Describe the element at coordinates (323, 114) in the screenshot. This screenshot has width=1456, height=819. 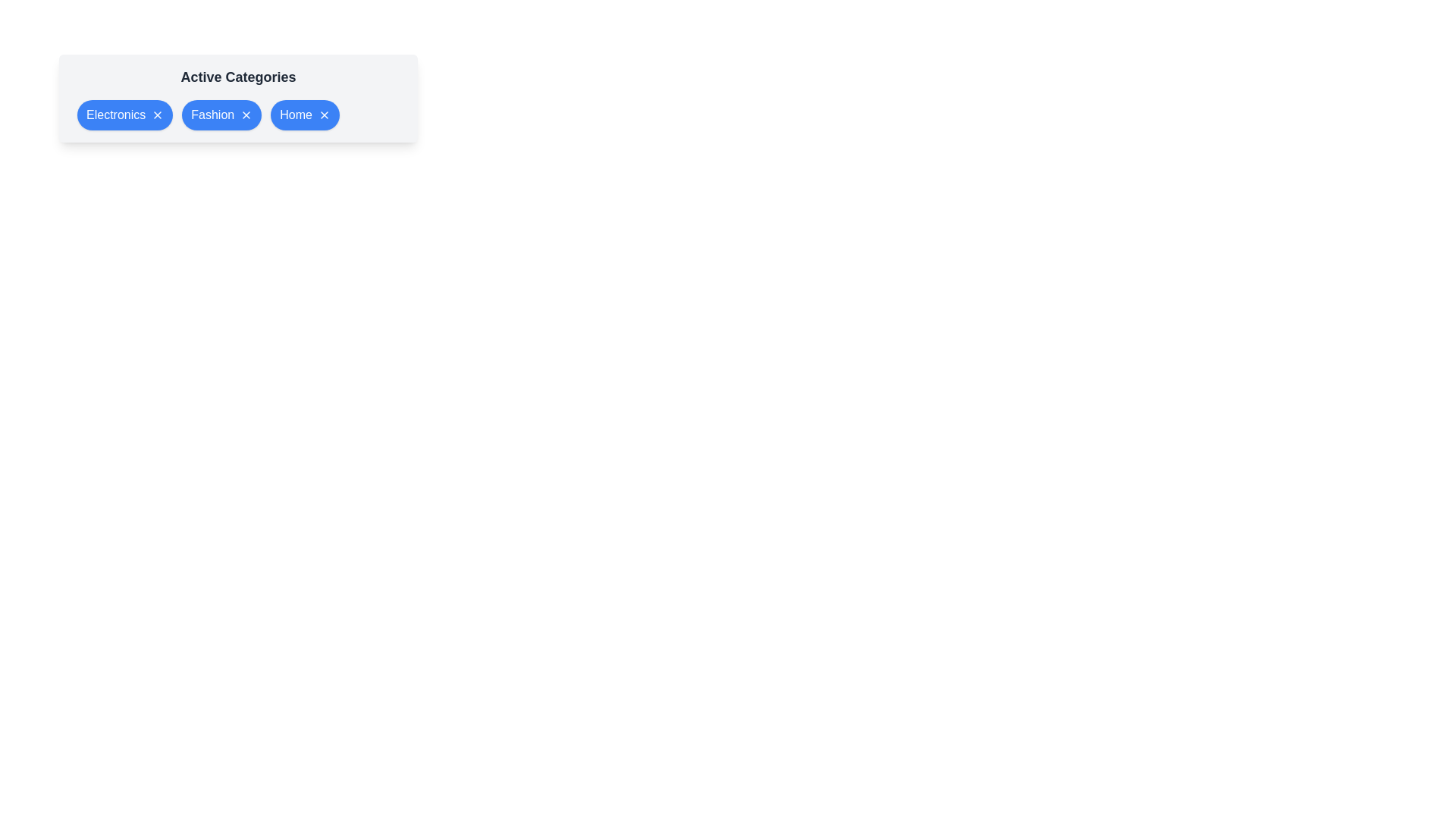
I see `the 'X' button for the category Home` at that location.